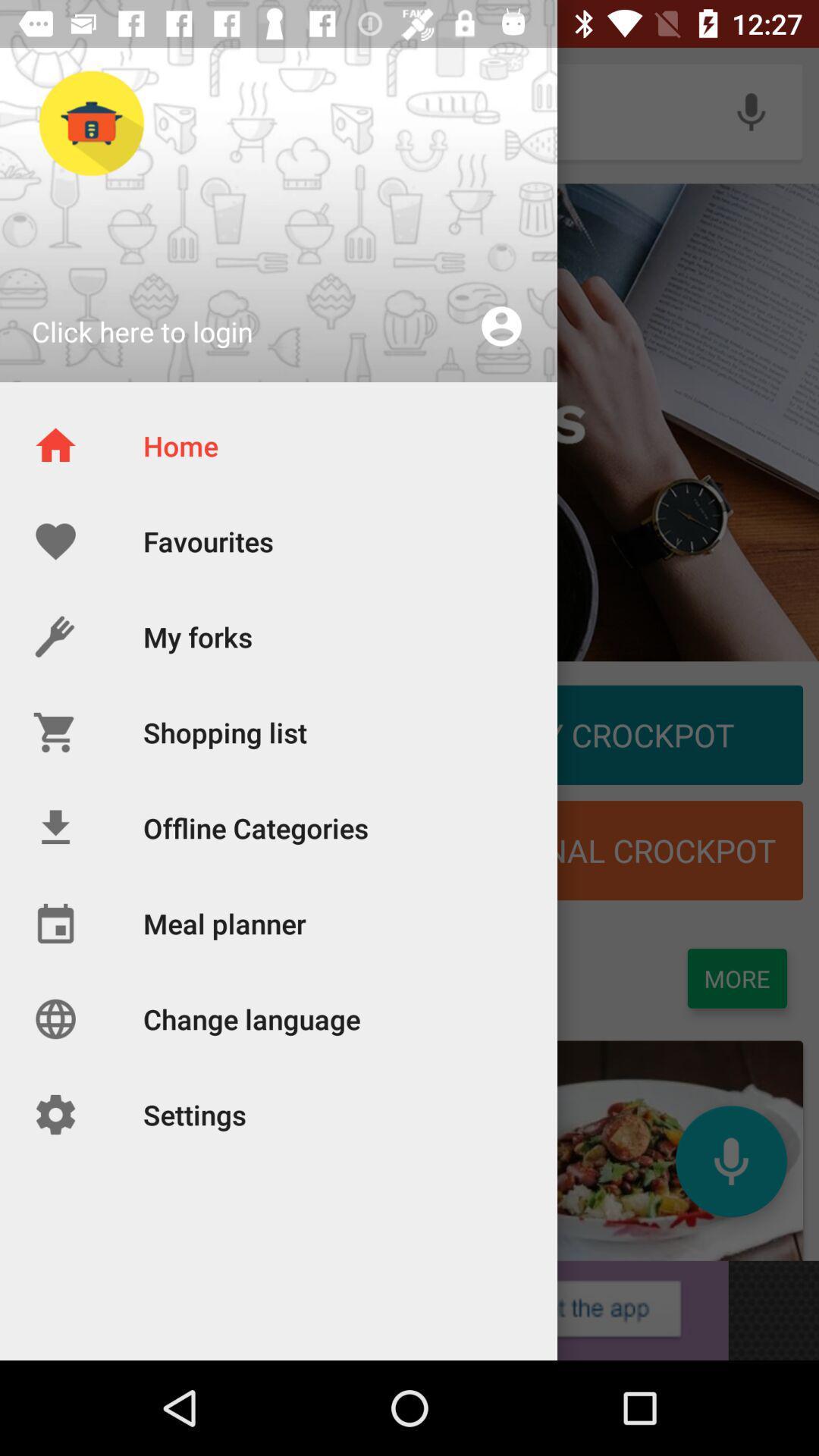  I want to click on the microphone icon, so click(751, 111).